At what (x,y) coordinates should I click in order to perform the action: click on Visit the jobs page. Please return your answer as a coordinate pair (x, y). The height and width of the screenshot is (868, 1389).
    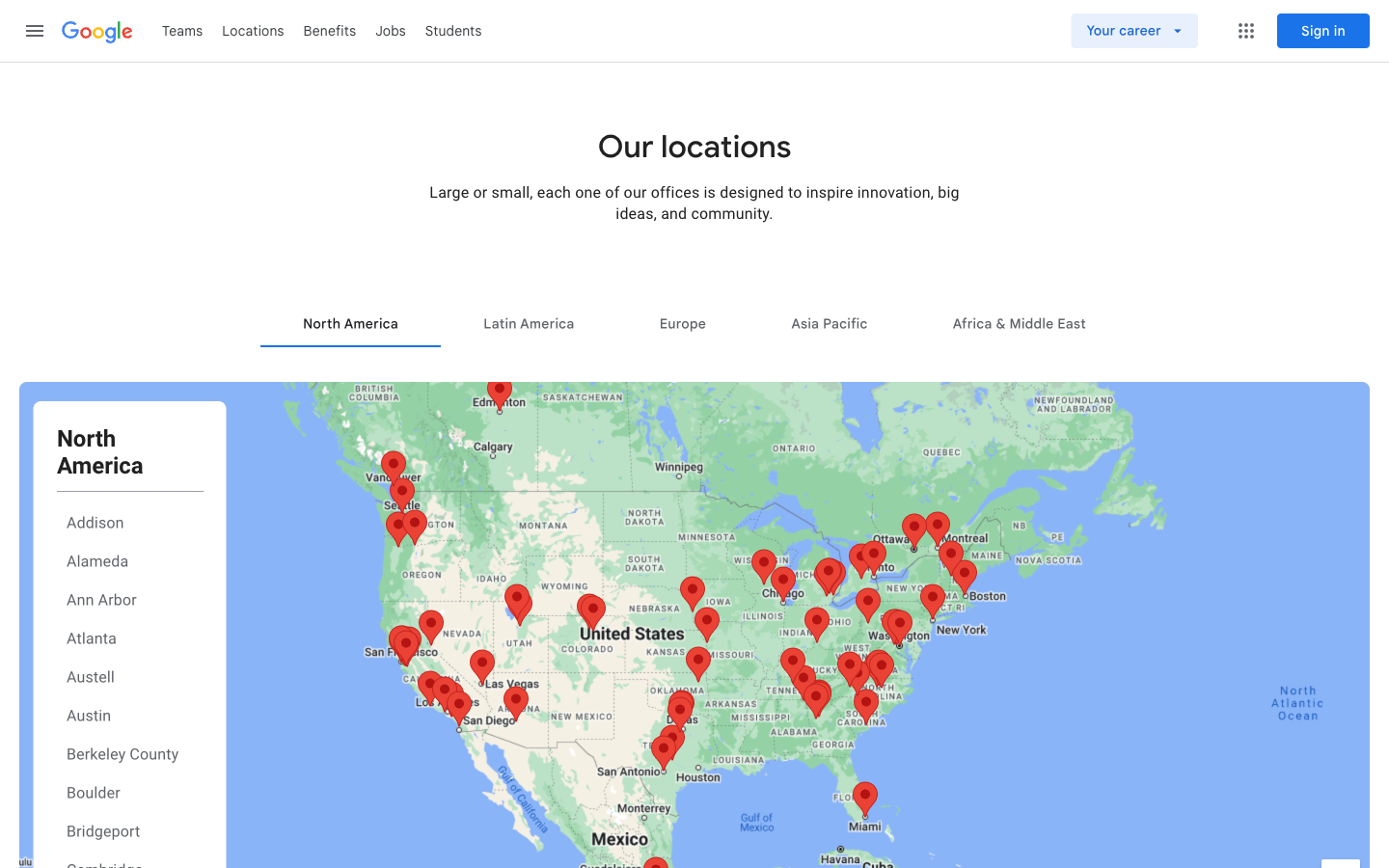
    Looking at the image, I should click on (1162, 30).